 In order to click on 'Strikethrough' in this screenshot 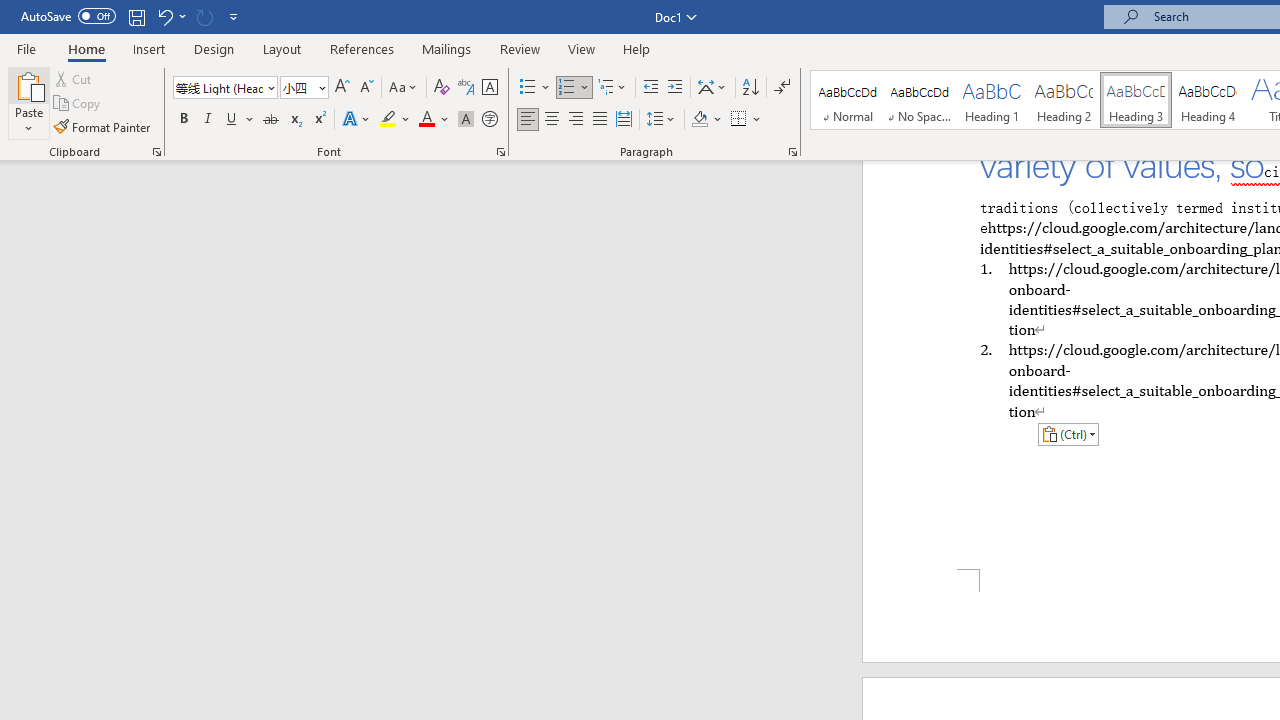, I will do `click(269, 119)`.